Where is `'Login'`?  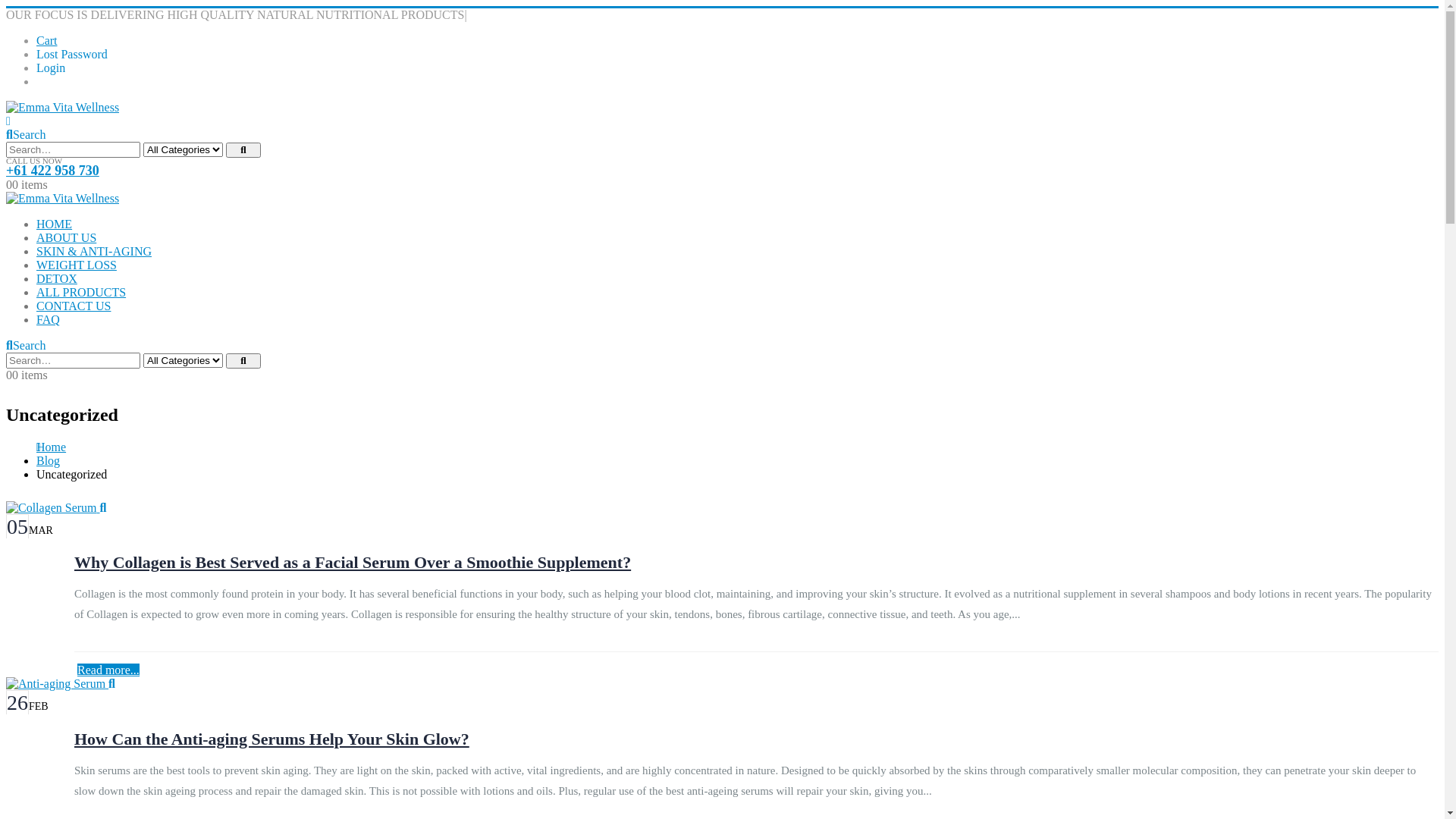 'Login' is located at coordinates (51, 67).